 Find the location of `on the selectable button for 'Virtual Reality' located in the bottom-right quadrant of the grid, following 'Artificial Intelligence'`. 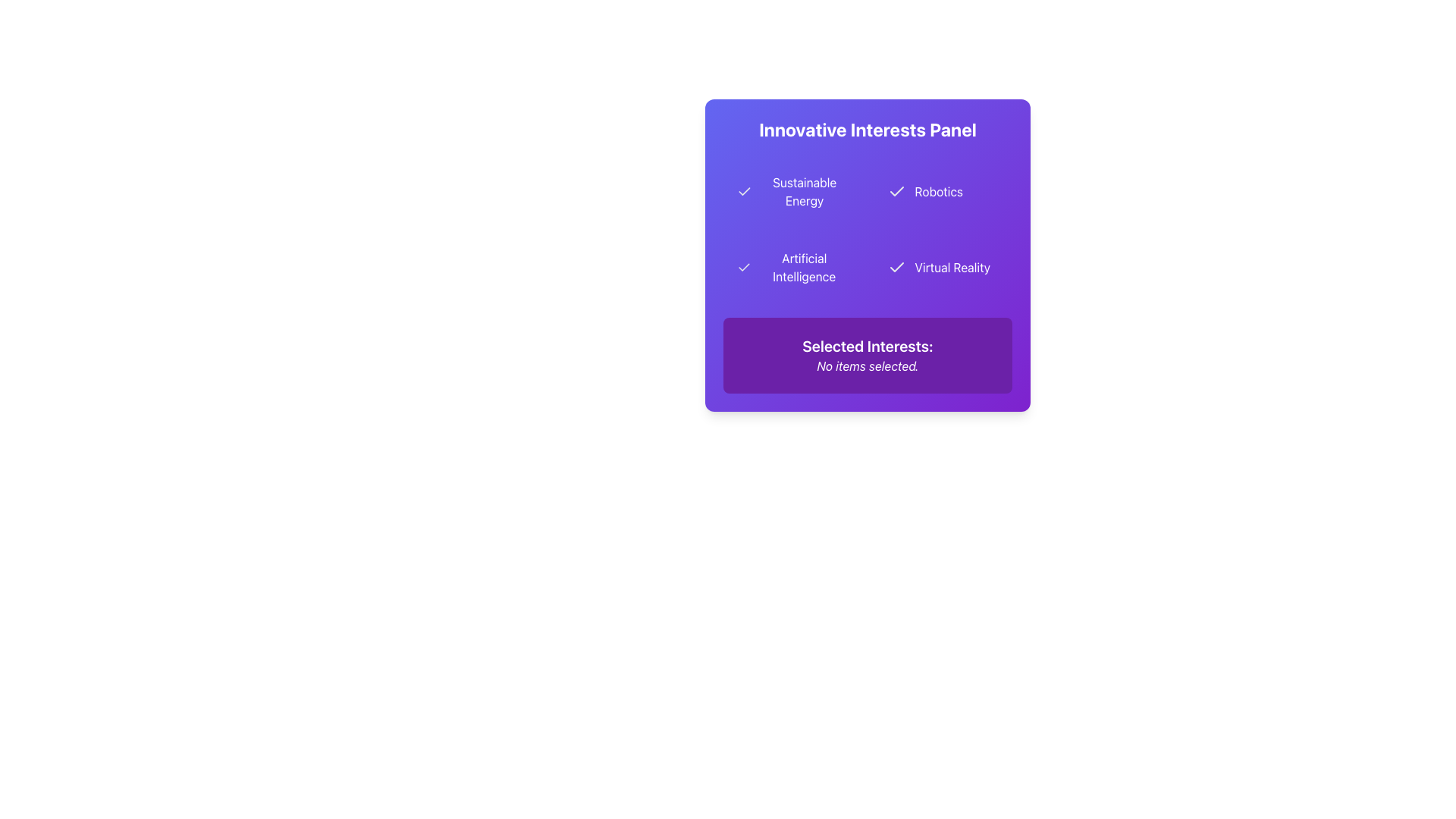

on the selectable button for 'Virtual Reality' located in the bottom-right quadrant of the grid, following 'Artificial Intelligence' is located at coordinates (942, 267).